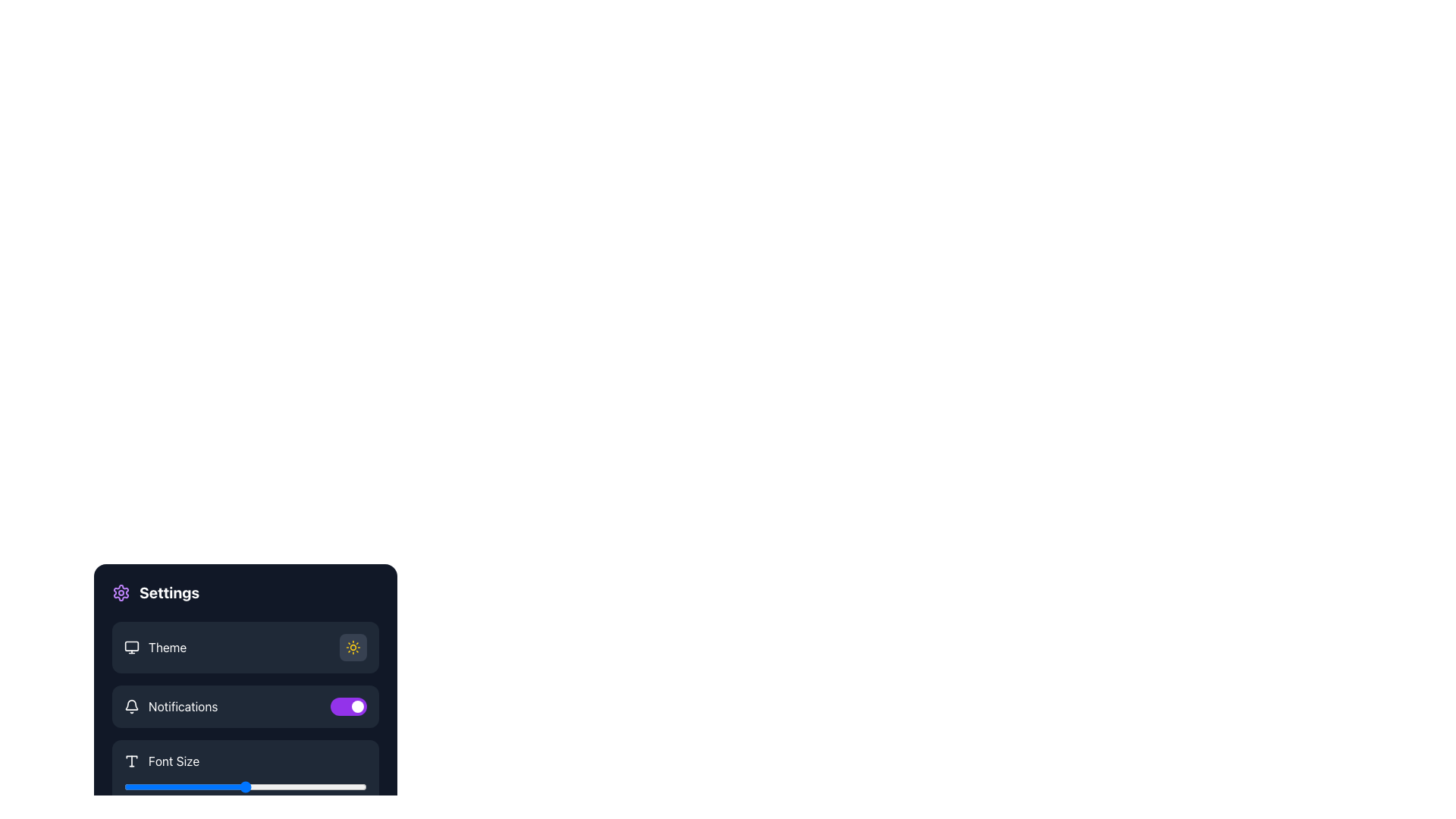  What do you see at coordinates (120, 592) in the screenshot?
I see `the purple gear-shaped icon located in the sidebar menu next to the 'Settings' label` at bounding box center [120, 592].